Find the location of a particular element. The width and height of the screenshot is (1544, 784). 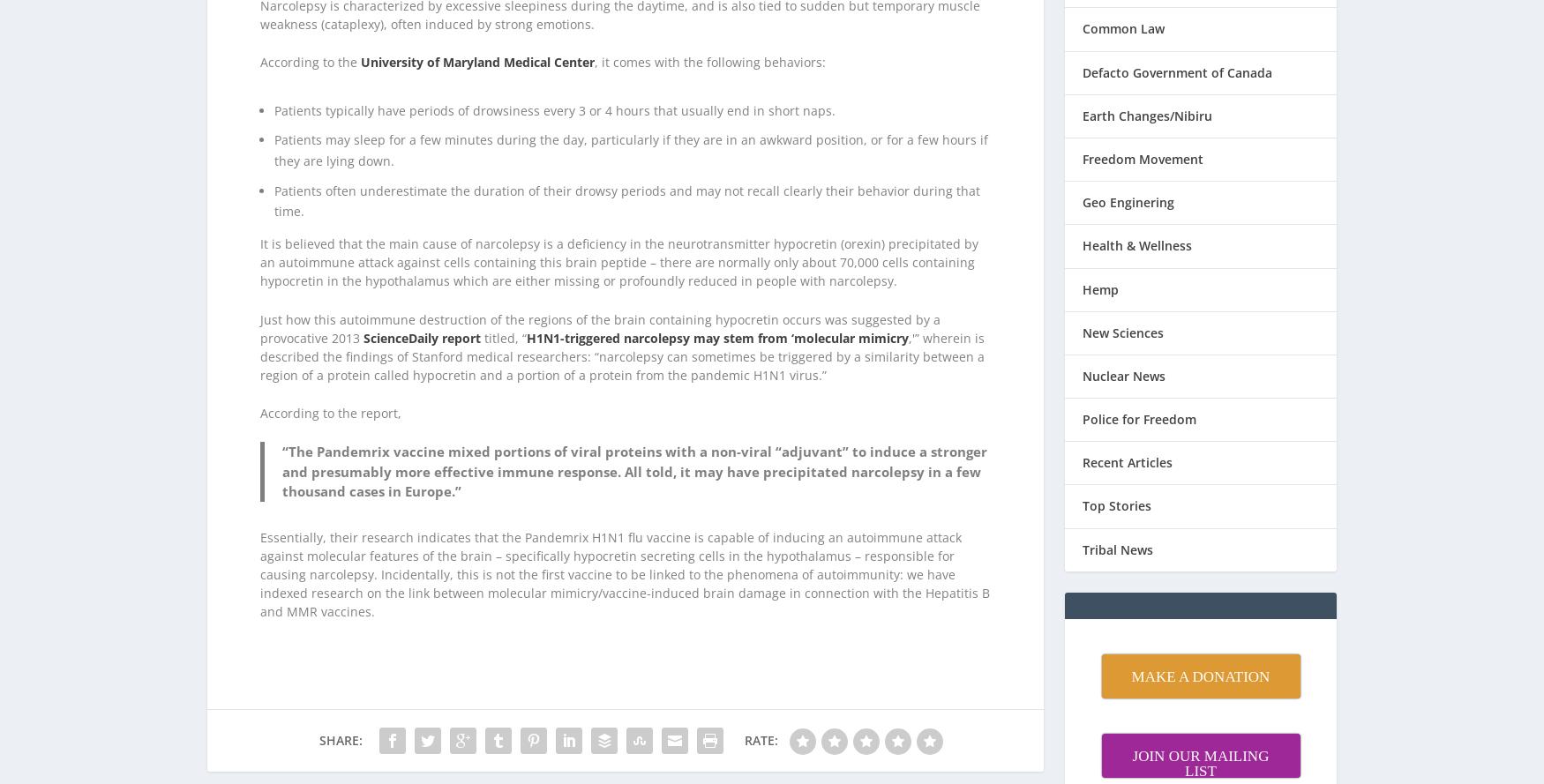

'Geo Enginering' is located at coordinates (1128, 178).